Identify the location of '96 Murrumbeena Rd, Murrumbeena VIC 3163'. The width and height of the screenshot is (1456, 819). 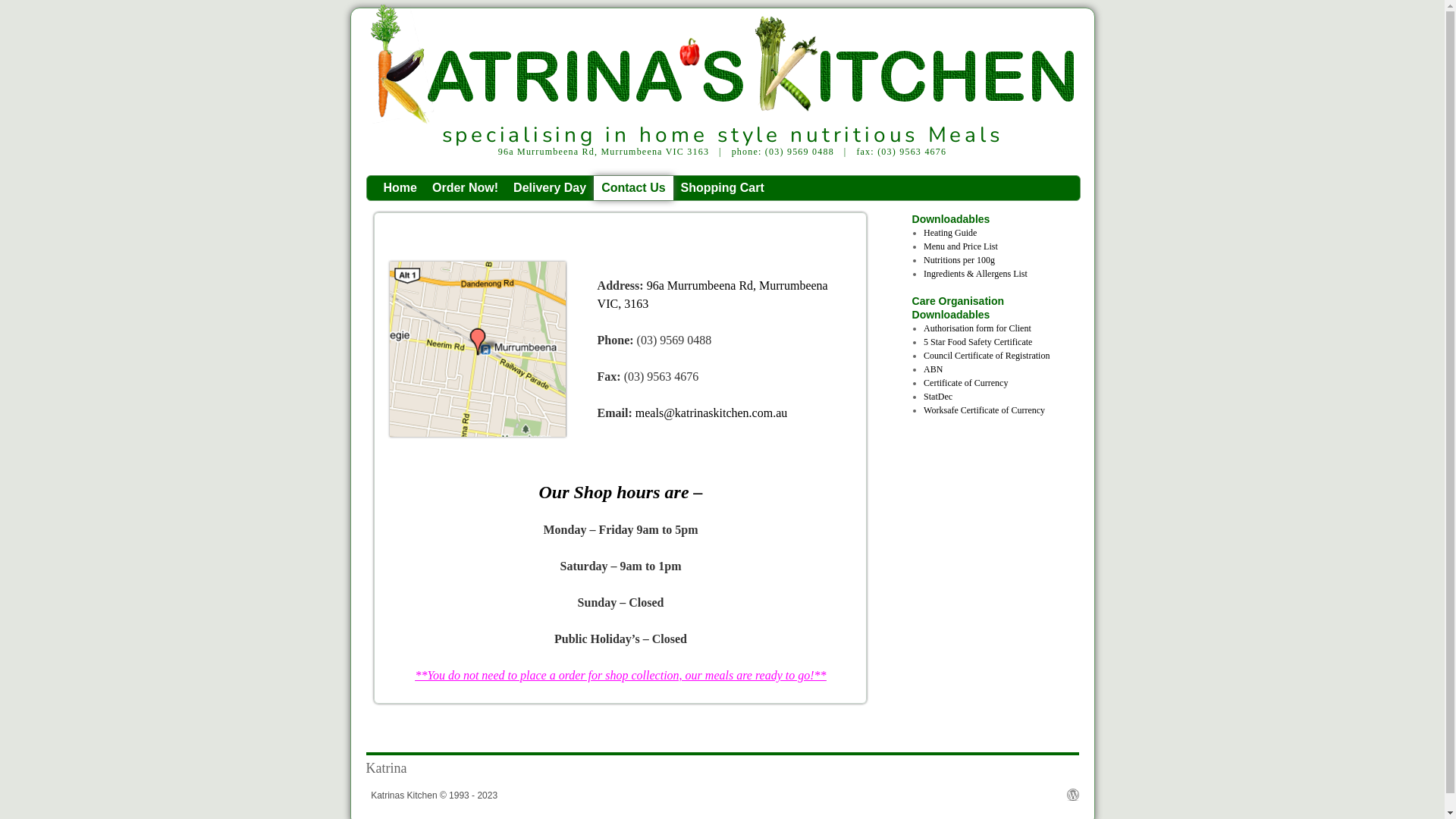
(477, 349).